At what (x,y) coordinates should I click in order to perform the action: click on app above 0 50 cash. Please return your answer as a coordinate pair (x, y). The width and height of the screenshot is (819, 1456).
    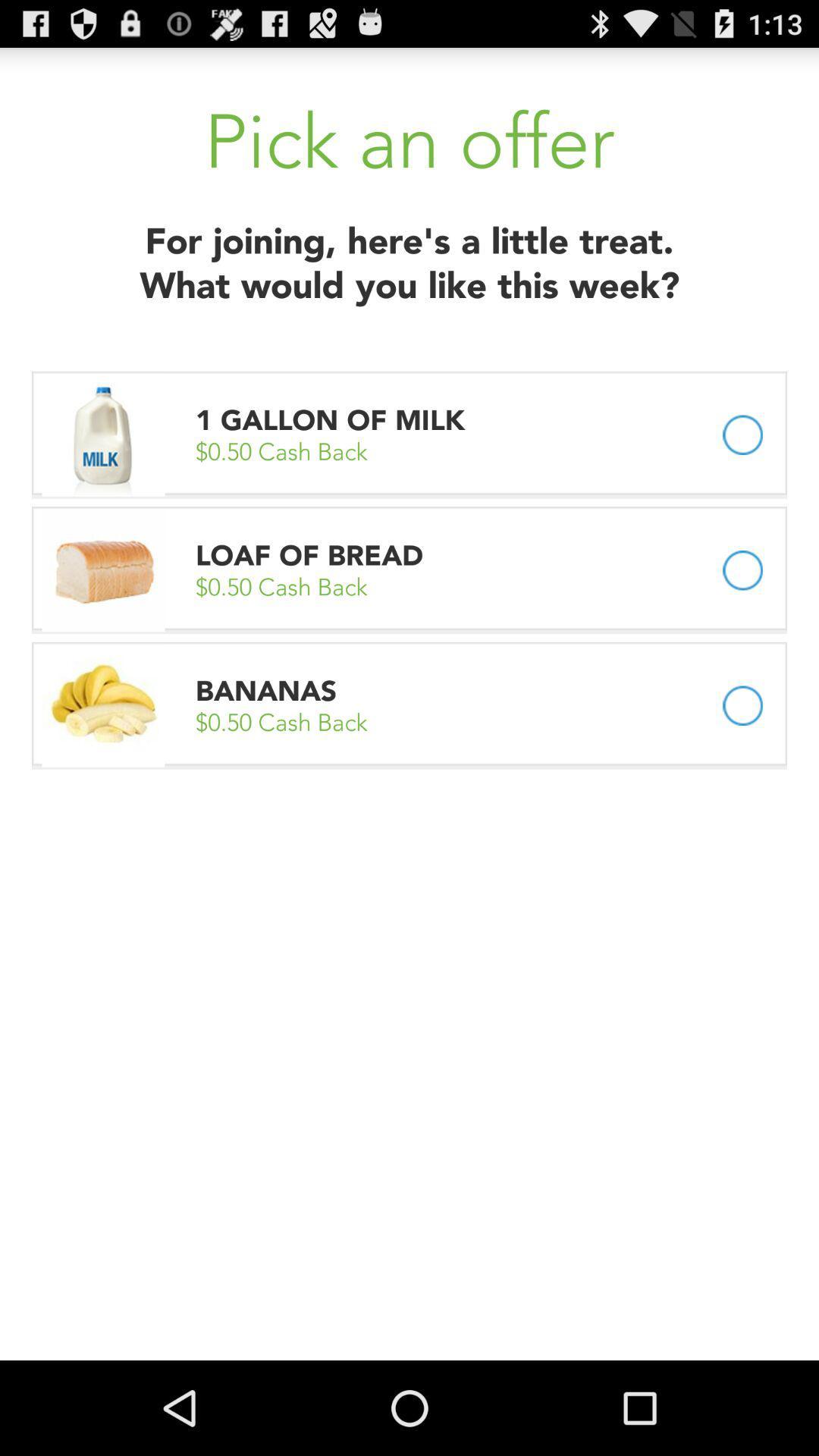
    Looking at the image, I should click on (333, 420).